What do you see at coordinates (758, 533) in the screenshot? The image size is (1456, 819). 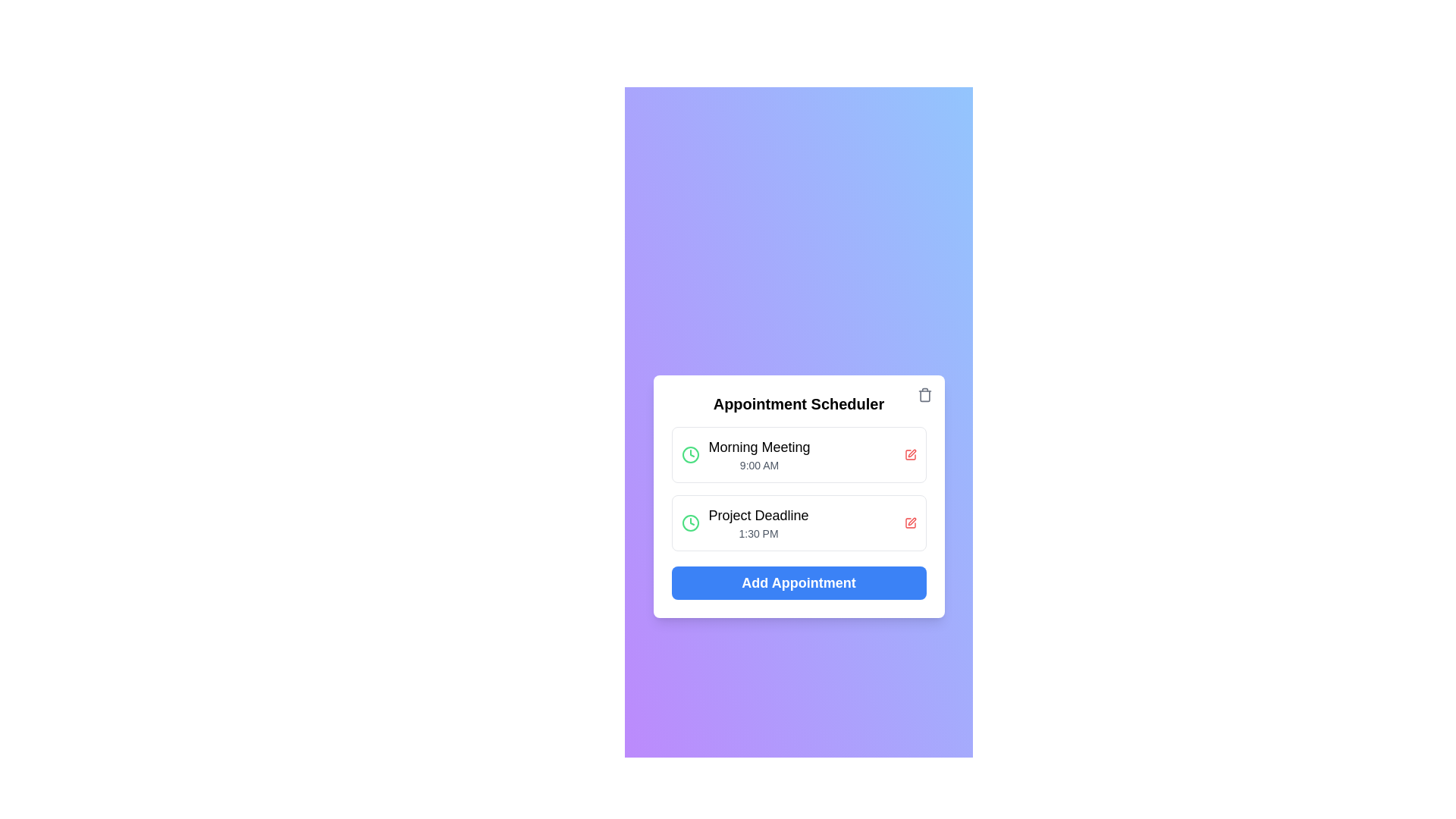 I see `the text label displaying '1:30 PM'` at bounding box center [758, 533].